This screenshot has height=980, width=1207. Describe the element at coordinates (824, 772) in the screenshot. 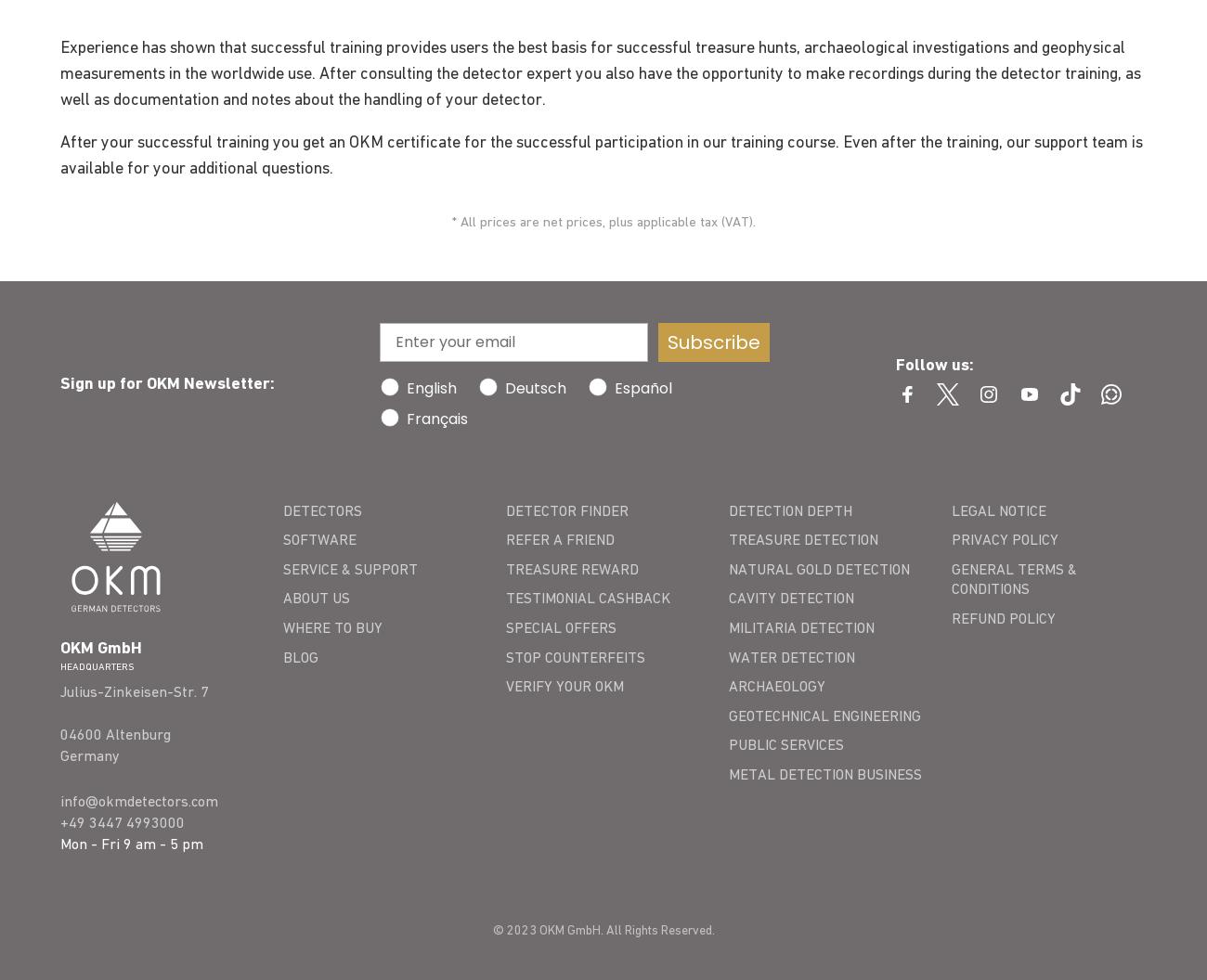

I see `'METAL DETECTION BUSINESS'` at that location.